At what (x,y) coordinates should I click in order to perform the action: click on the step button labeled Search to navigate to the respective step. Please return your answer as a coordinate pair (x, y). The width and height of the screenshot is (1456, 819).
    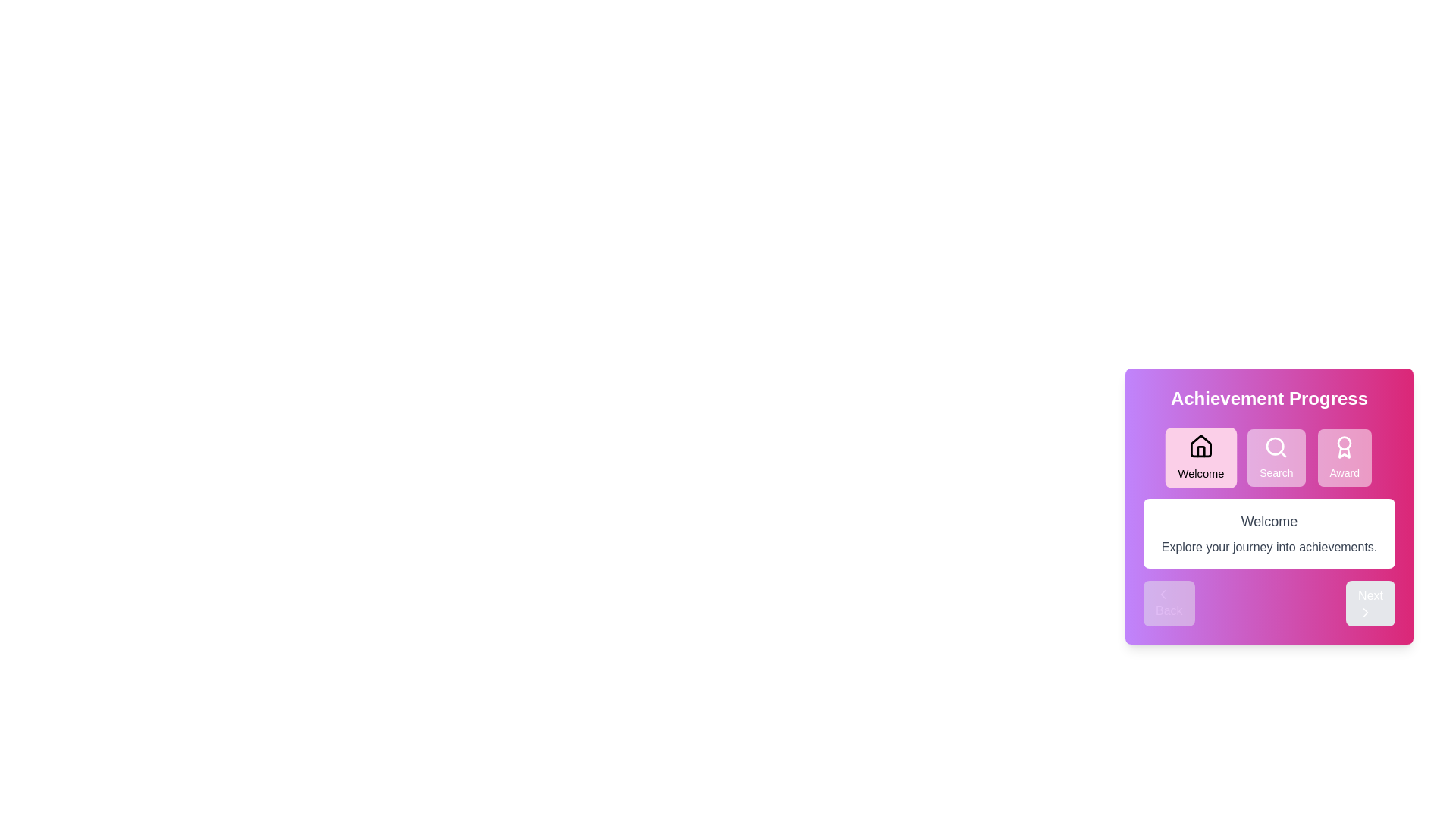
    Looking at the image, I should click on (1276, 457).